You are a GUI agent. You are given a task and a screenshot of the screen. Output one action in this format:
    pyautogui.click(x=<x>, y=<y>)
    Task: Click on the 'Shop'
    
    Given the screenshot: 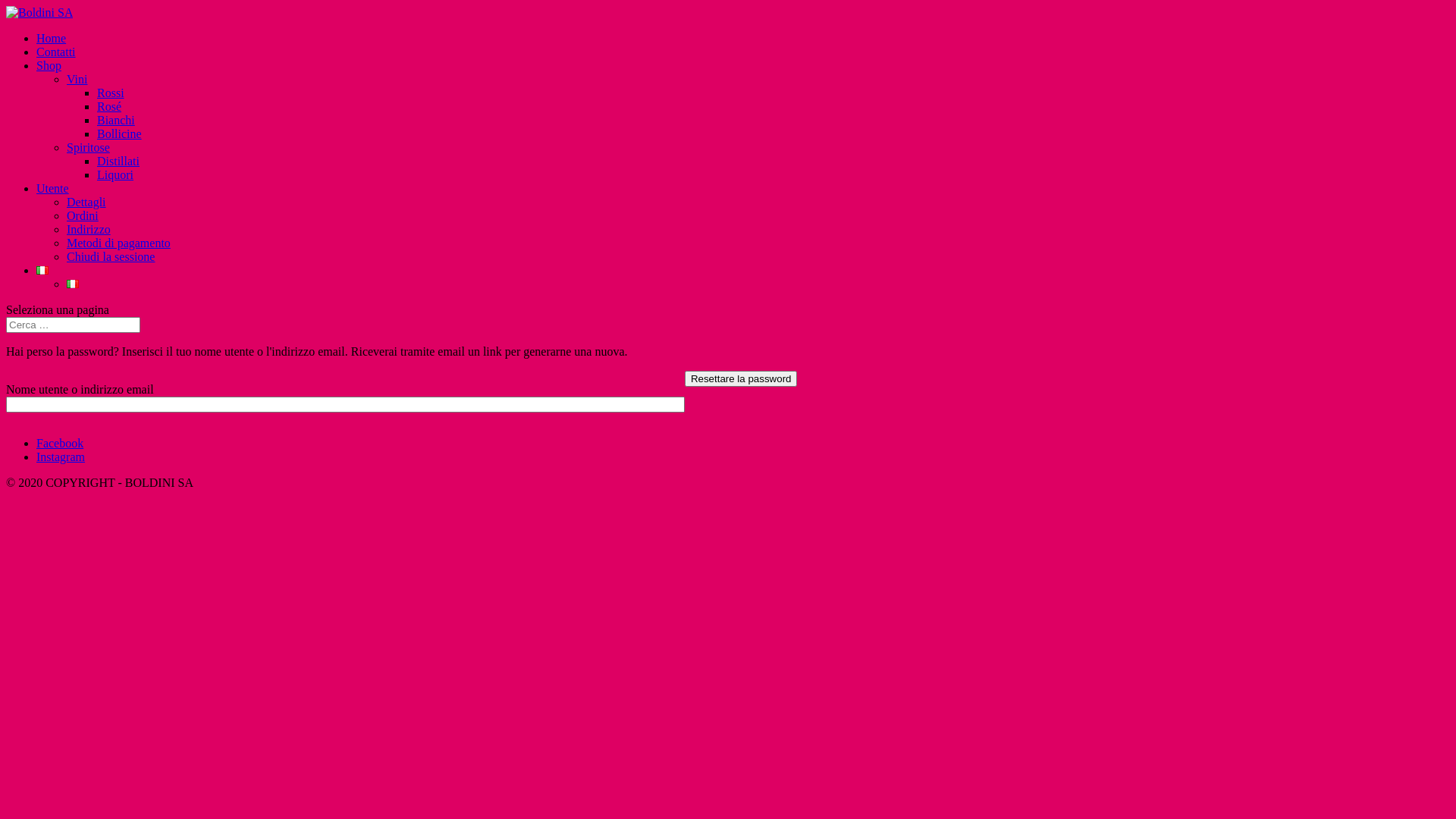 What is the action you would take?
    pyautogui.click(x=49, y=64)
    